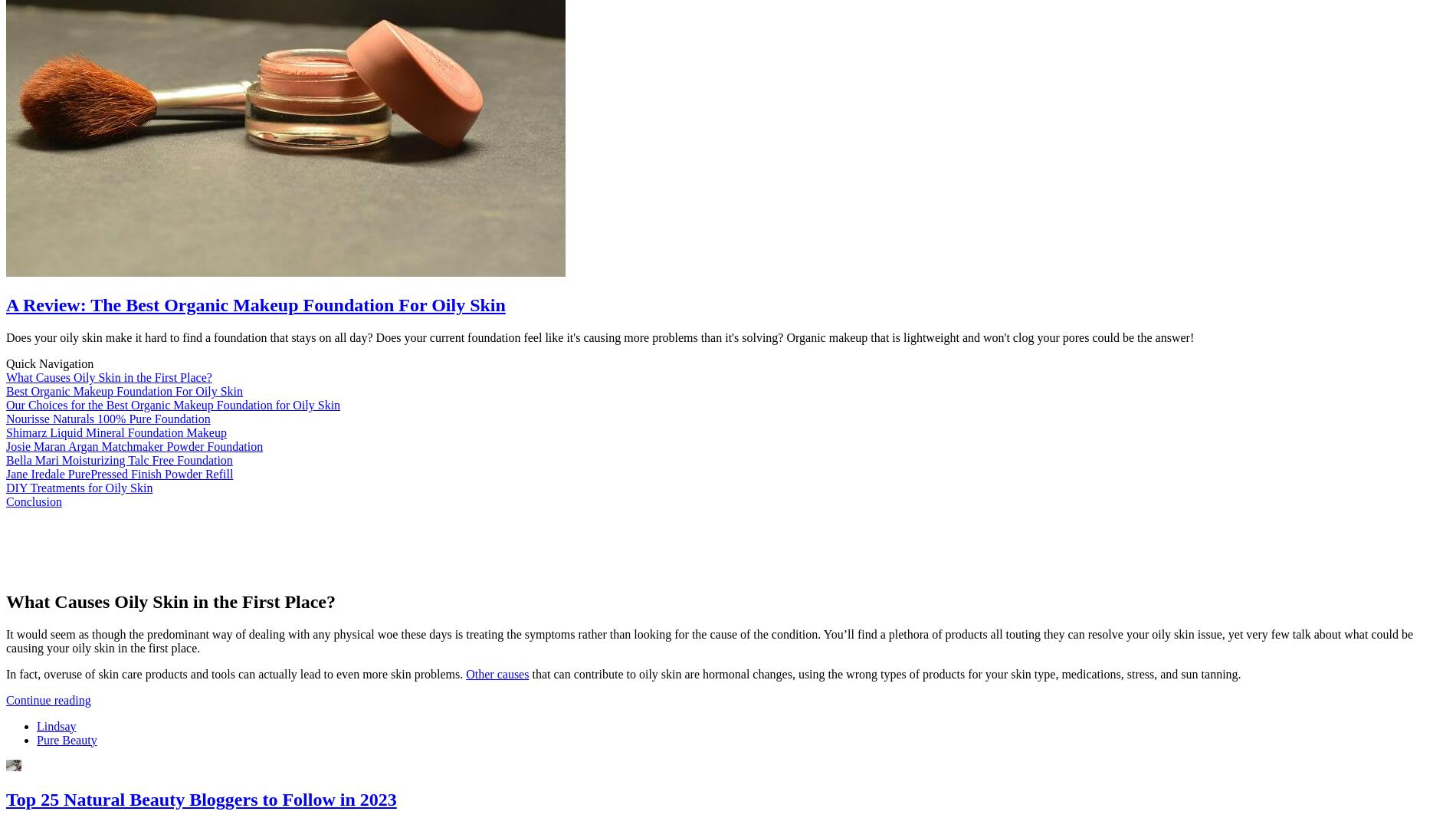 The height and width of the screenshot is (818, 1456). What do you see at coordinates (884, 672) in the screenshot?
I see `'that can contribute to oily skin are hormonal changes, using the wrong types of products for your skin type, medications, stress, and sun tanning.'` at bounding box center [884, 672].